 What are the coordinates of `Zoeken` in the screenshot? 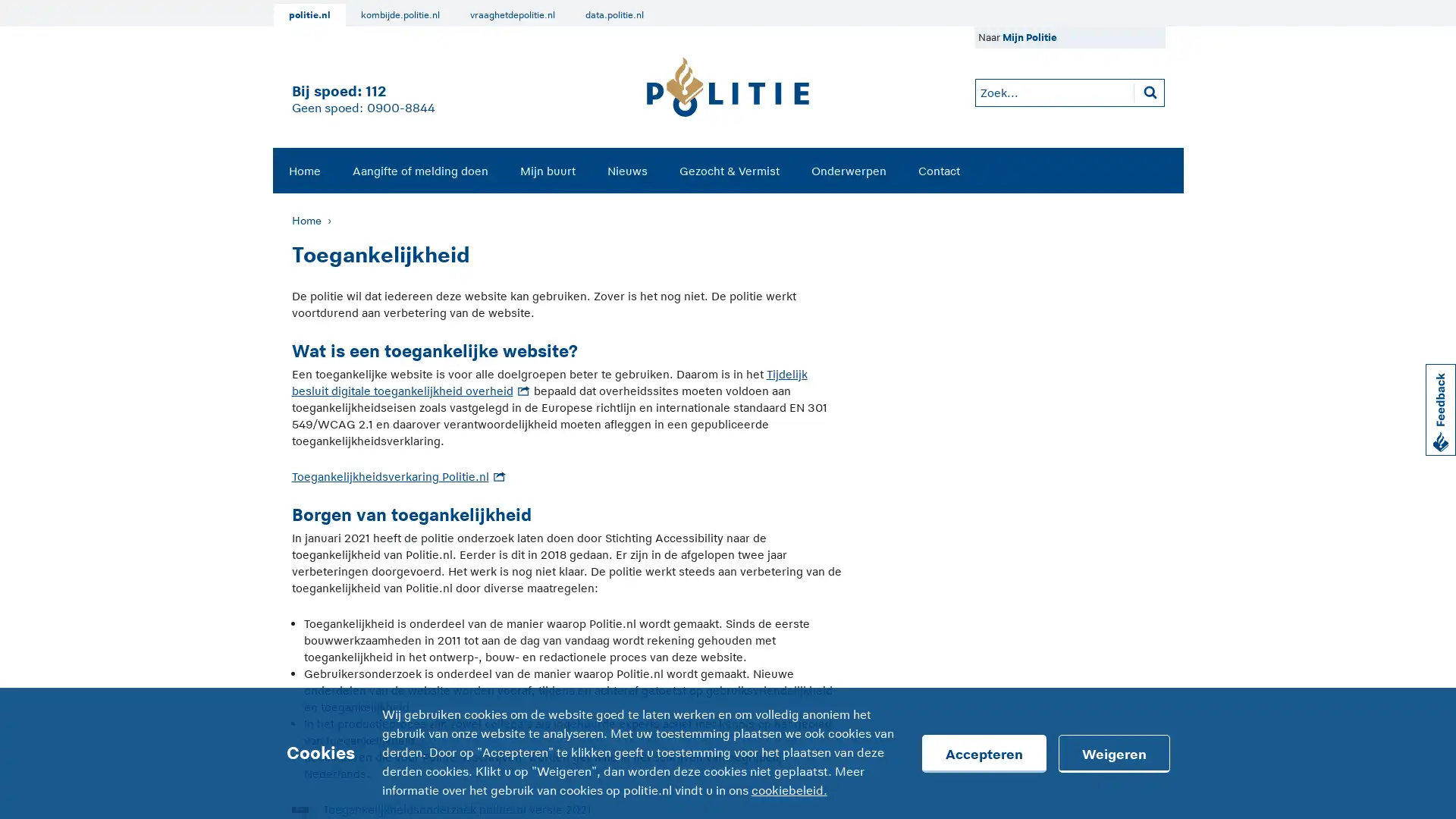 It's located at (1145, 93).